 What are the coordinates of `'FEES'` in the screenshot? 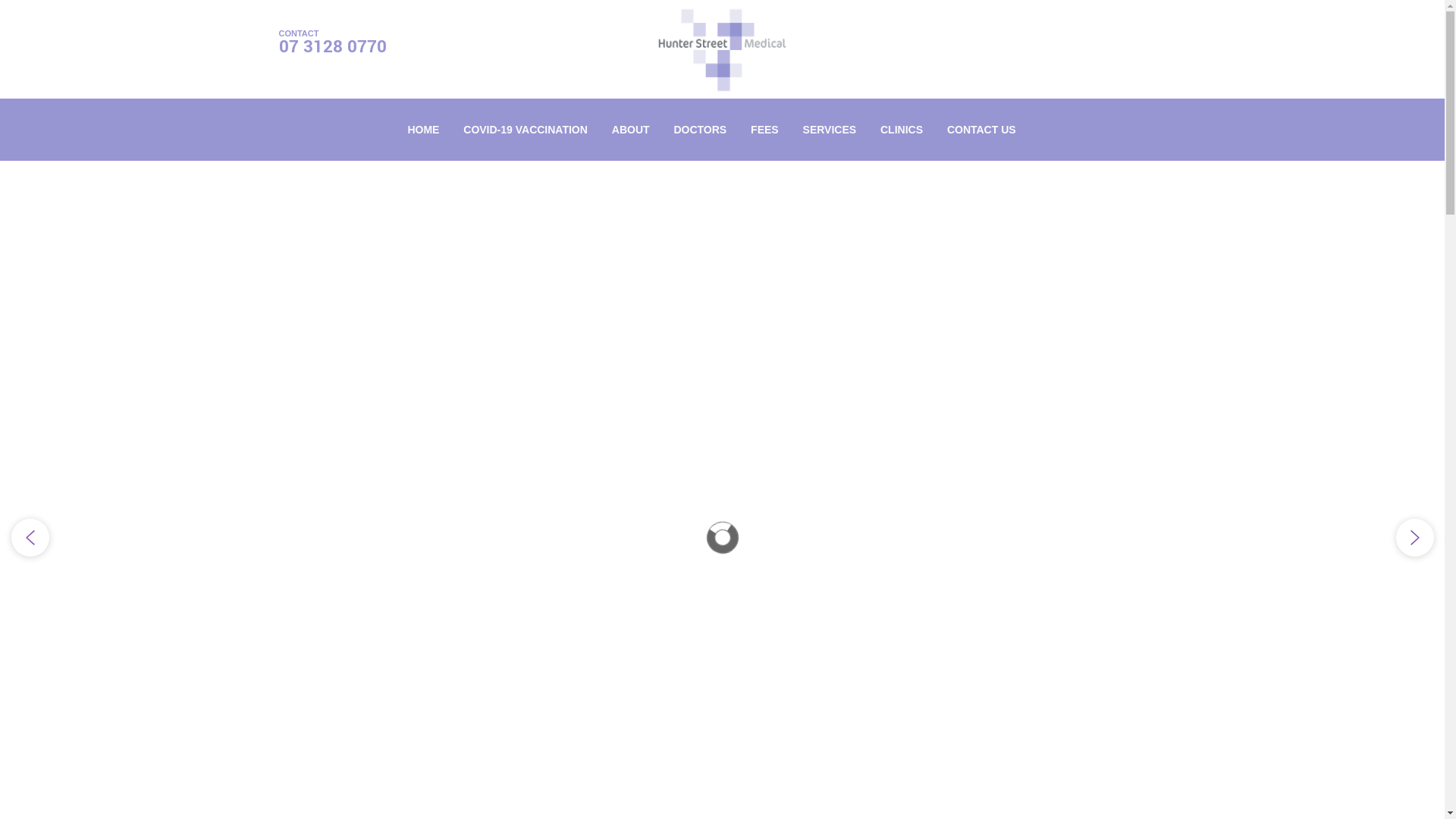 It's located at (764, 128).